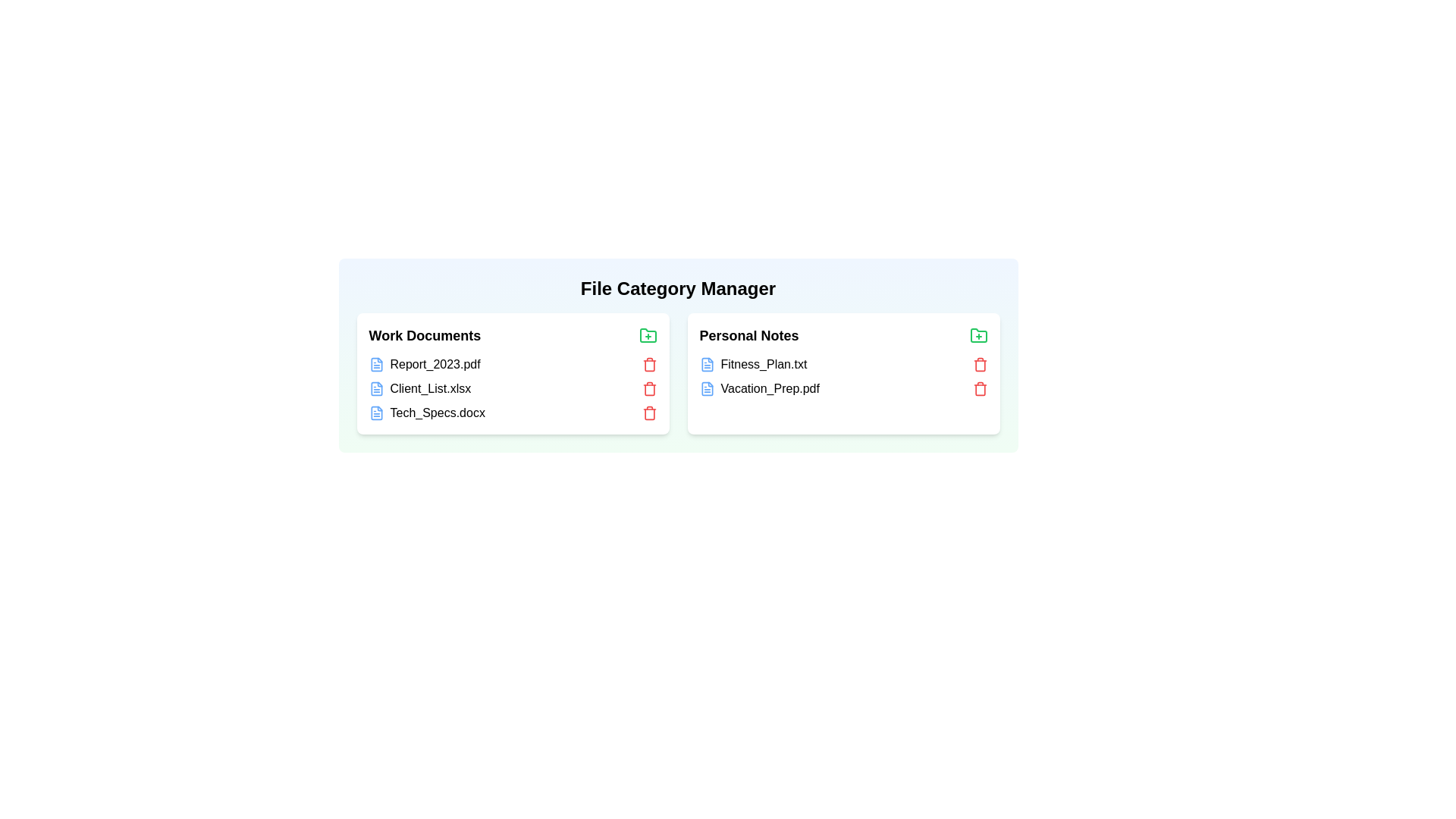  I want to click on the file named Fitness_Plan.txt in the category Personal Notes, so click(758, 363).